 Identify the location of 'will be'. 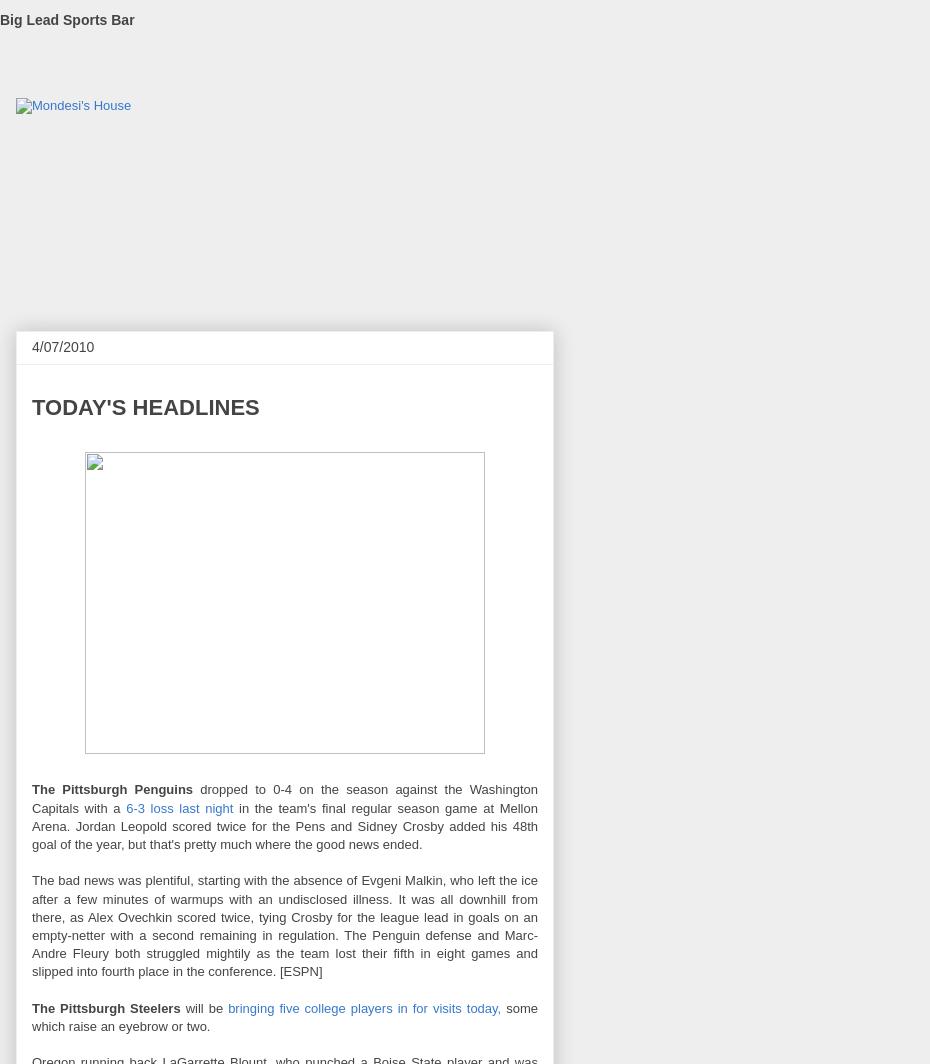
(178, 1007).